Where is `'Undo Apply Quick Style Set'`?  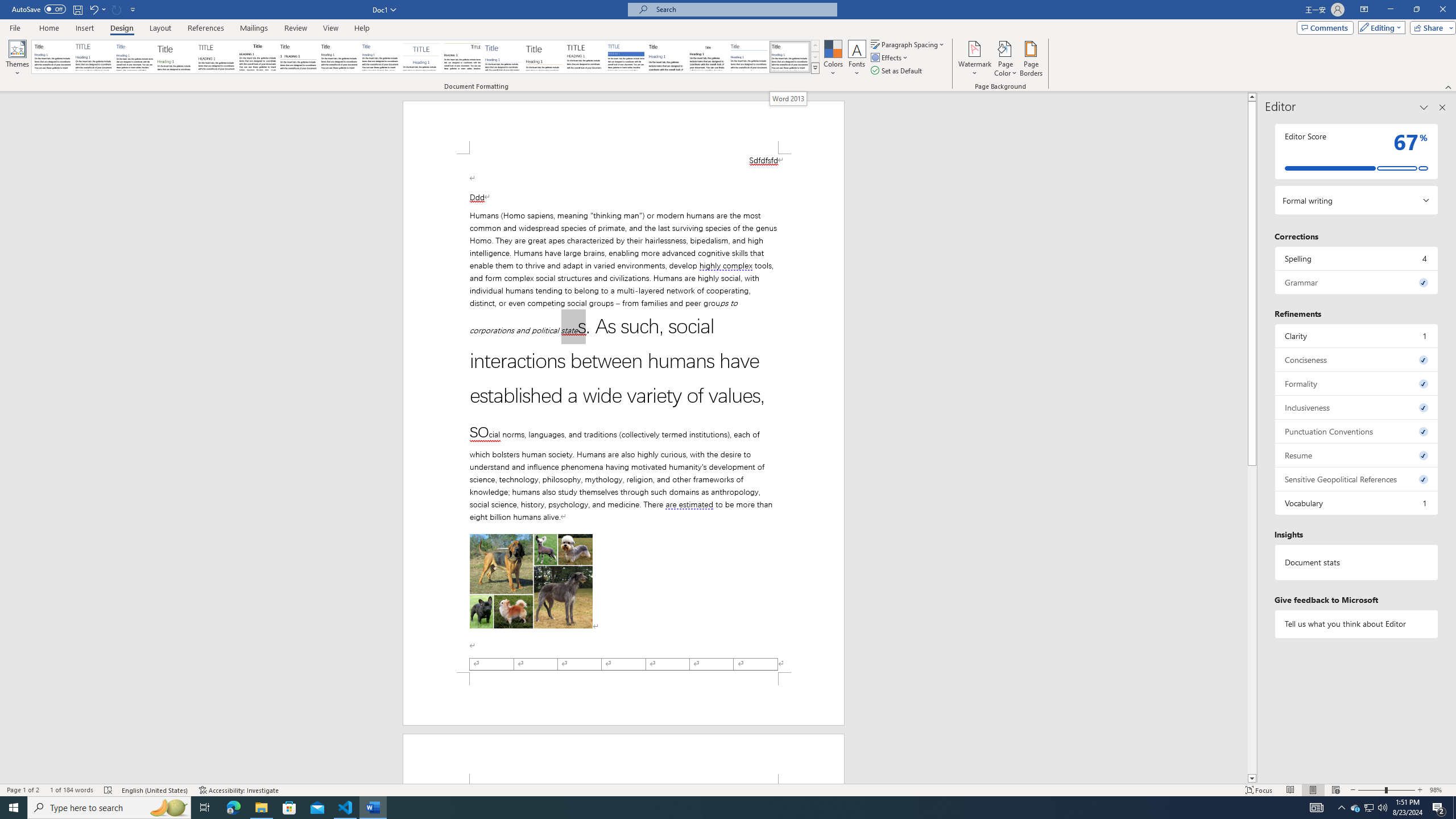 'Undo Apply Quick Style Set' is located at coordinates (93, 9).